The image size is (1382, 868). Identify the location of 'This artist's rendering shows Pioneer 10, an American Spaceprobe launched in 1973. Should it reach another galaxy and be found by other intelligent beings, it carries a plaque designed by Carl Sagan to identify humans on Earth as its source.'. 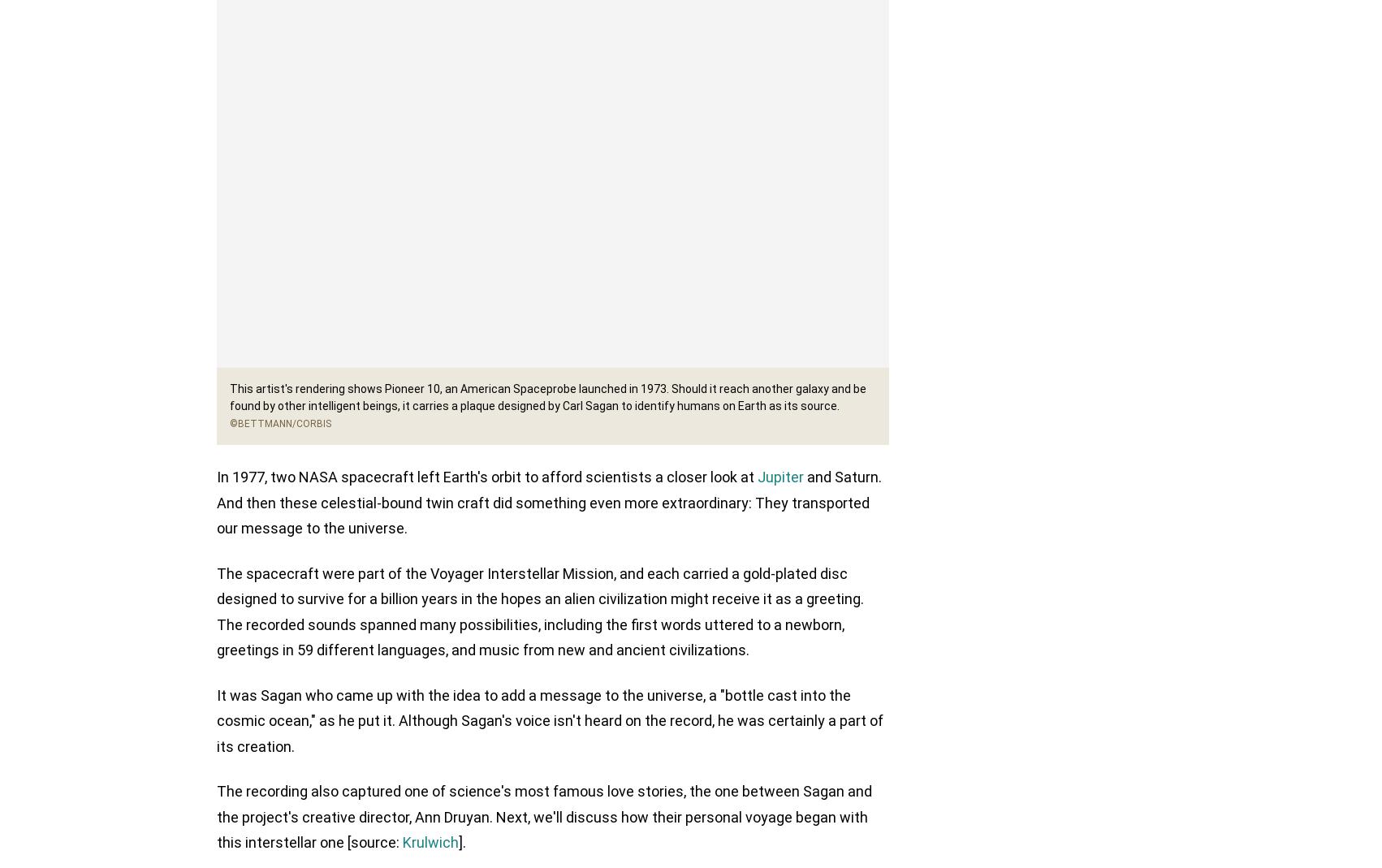
(229, 398).